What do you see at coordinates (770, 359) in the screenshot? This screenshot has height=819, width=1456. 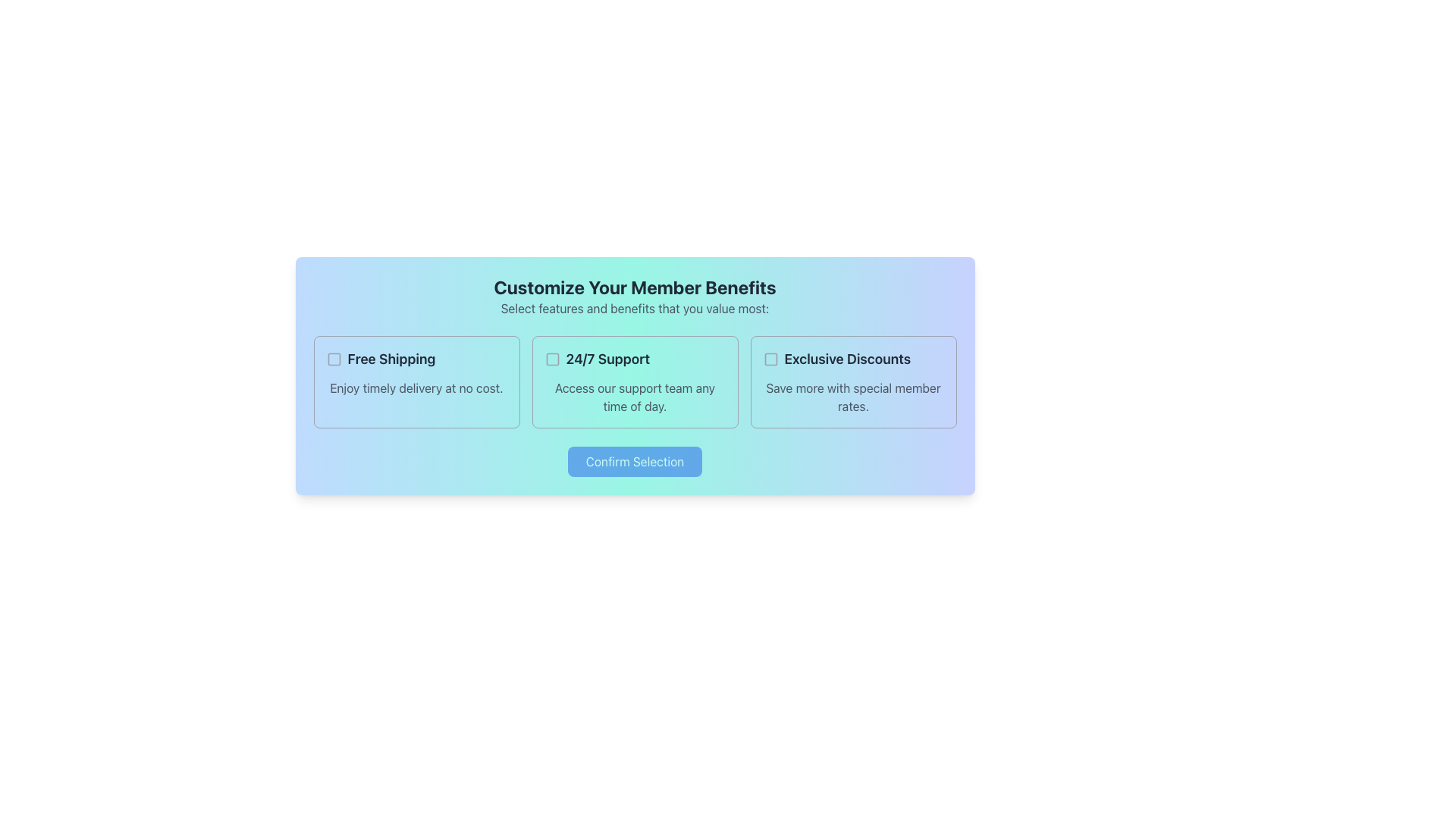 I see `the checkbox element that is part of the 'Exclusive Discounts' option to trigger any hover effects` at bounding box center [770, 359].